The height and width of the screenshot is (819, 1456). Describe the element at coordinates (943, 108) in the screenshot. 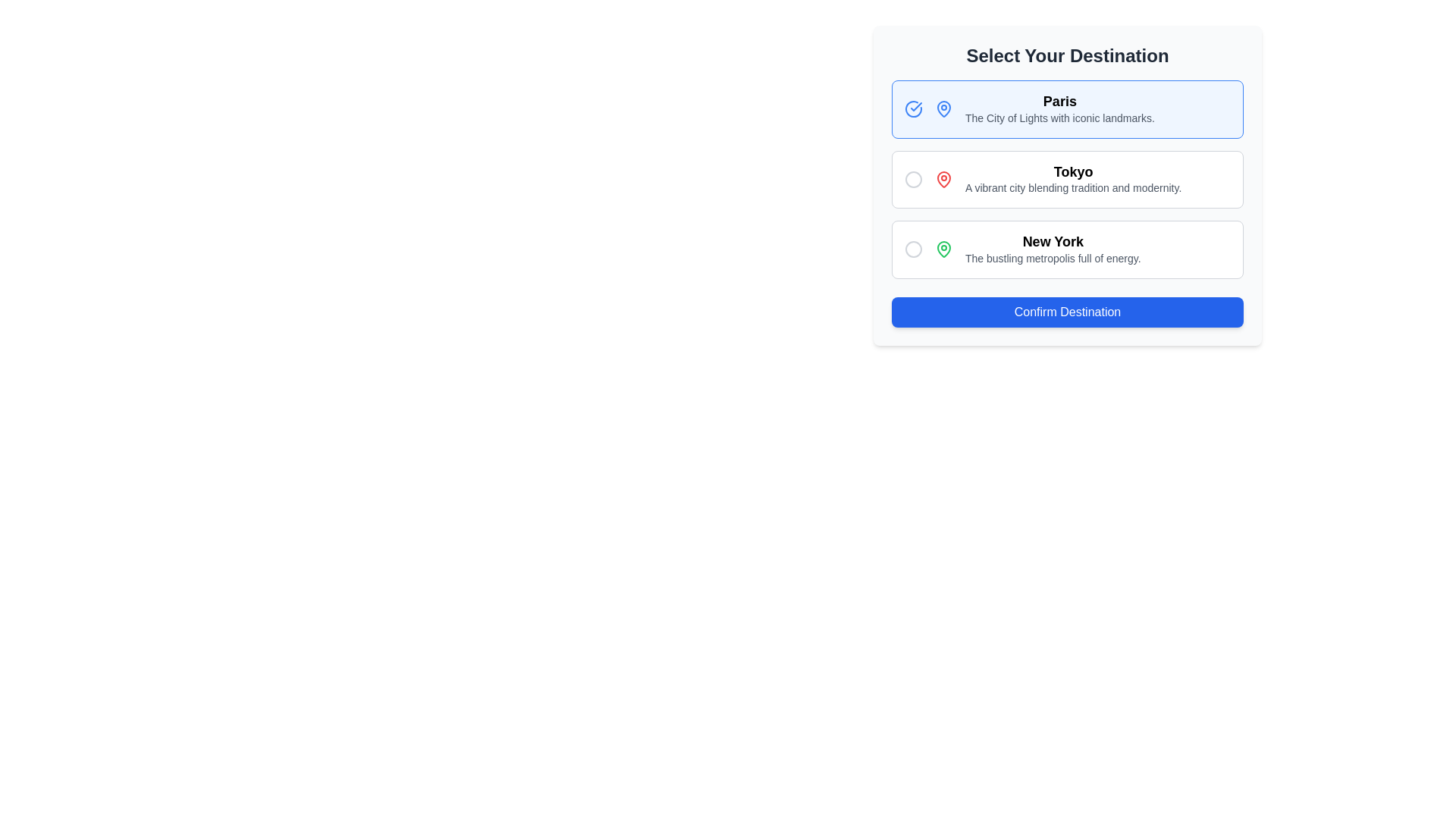

I see `the blue map pin icon located in the upper-right area of the 'Paris' selection card in the destination picker interface` at that location.